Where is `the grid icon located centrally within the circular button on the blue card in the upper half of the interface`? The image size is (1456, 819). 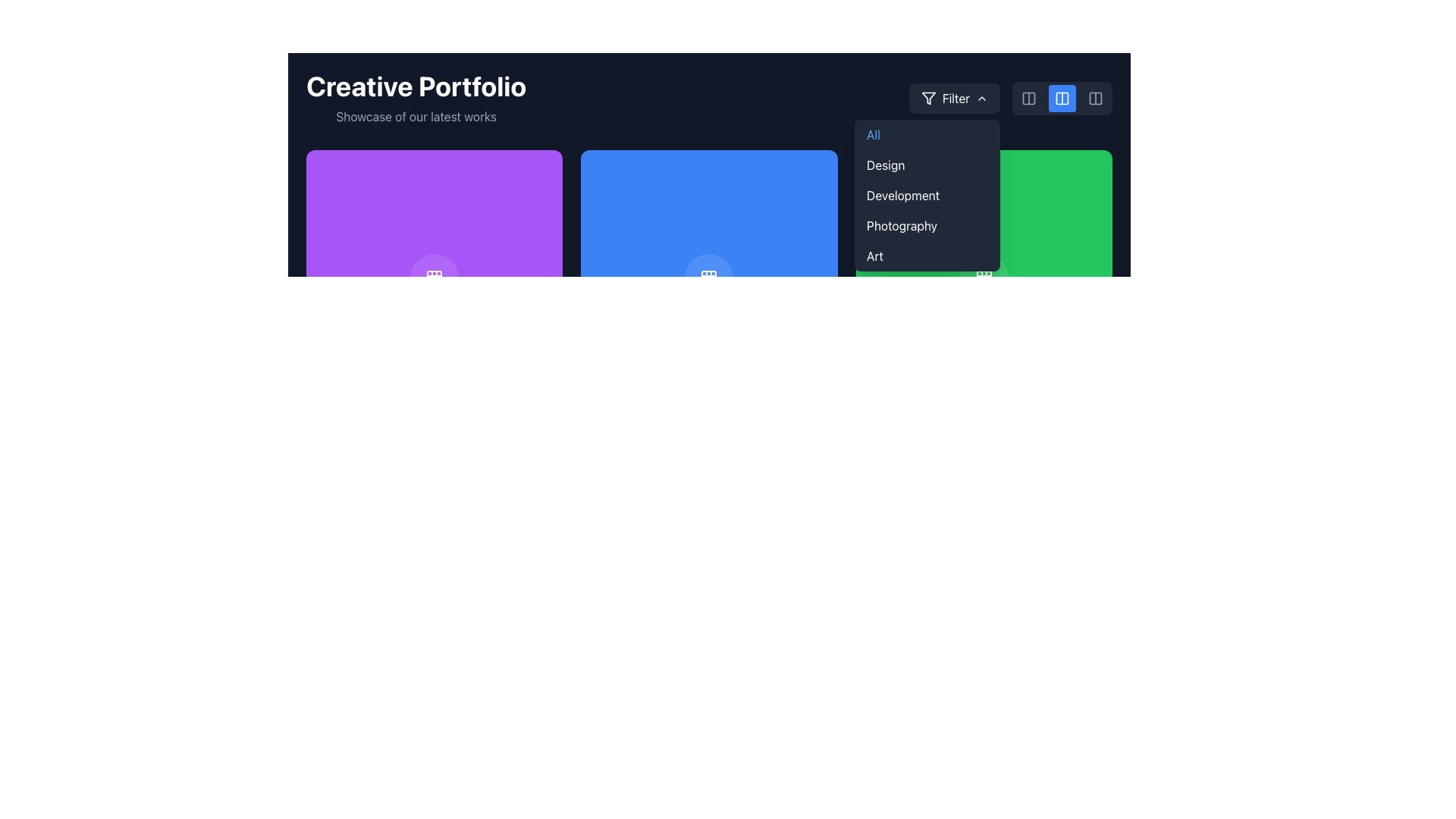 the grid icon located centrally within the circular button on the blue card in the upper half of the interface is located at coordinates (708, 278).